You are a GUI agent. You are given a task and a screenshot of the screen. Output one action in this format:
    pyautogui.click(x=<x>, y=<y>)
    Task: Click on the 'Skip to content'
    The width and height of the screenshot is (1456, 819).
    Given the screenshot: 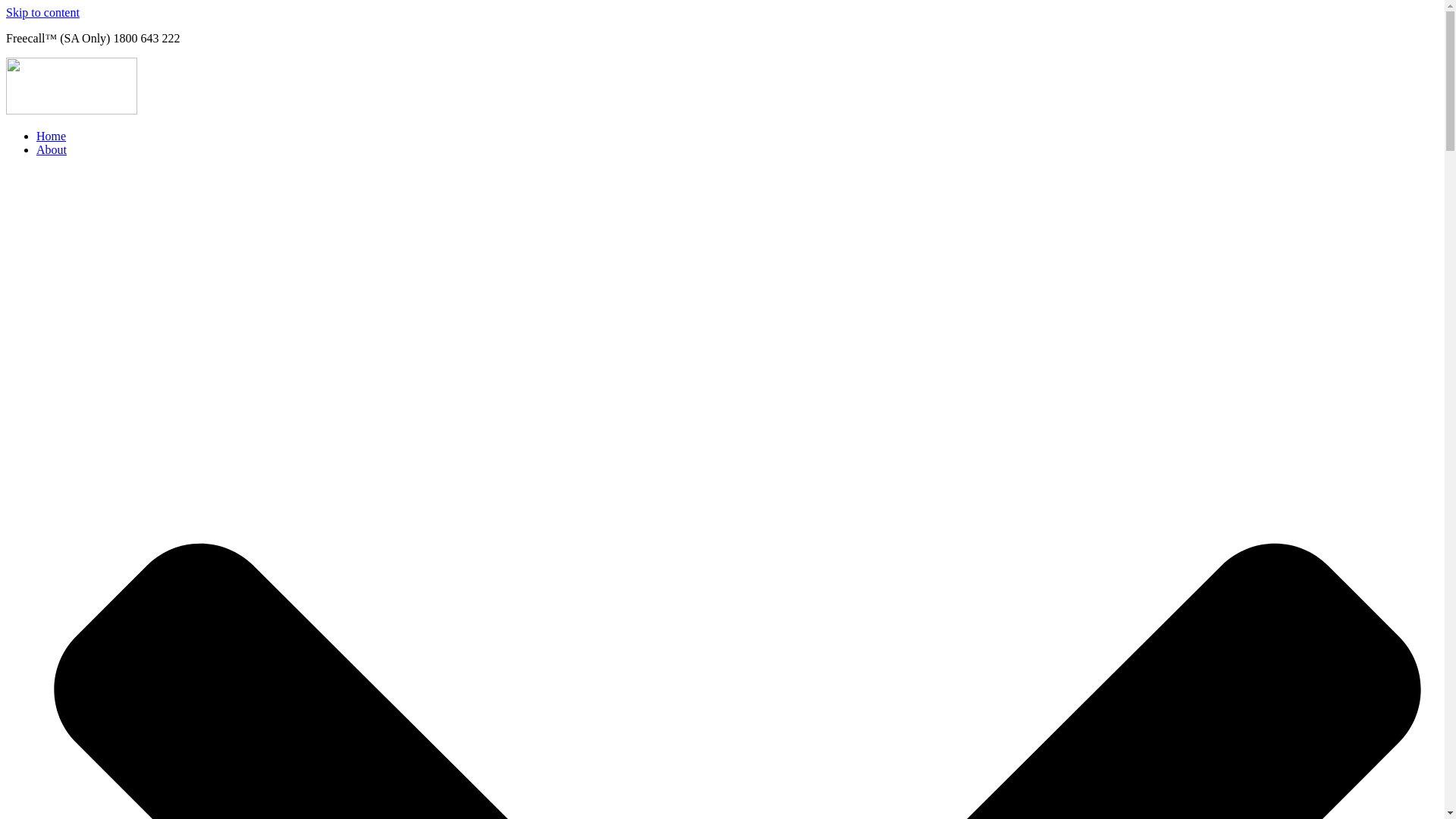 What is the action you would take?
    pyautogui.click(x=42, y=12)
    